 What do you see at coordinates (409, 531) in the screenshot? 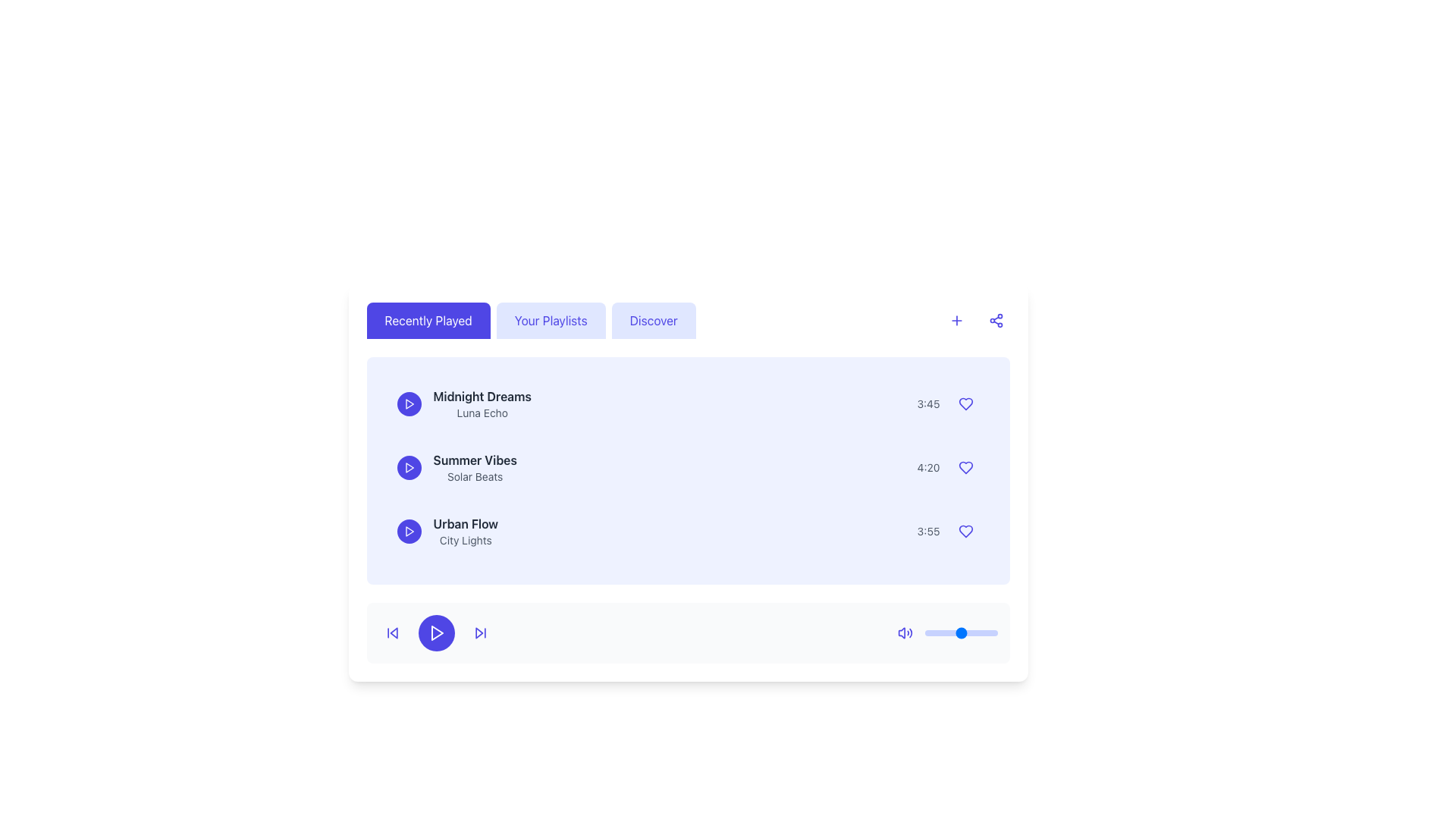
I see `the play button` at bounding box center [409, 531].